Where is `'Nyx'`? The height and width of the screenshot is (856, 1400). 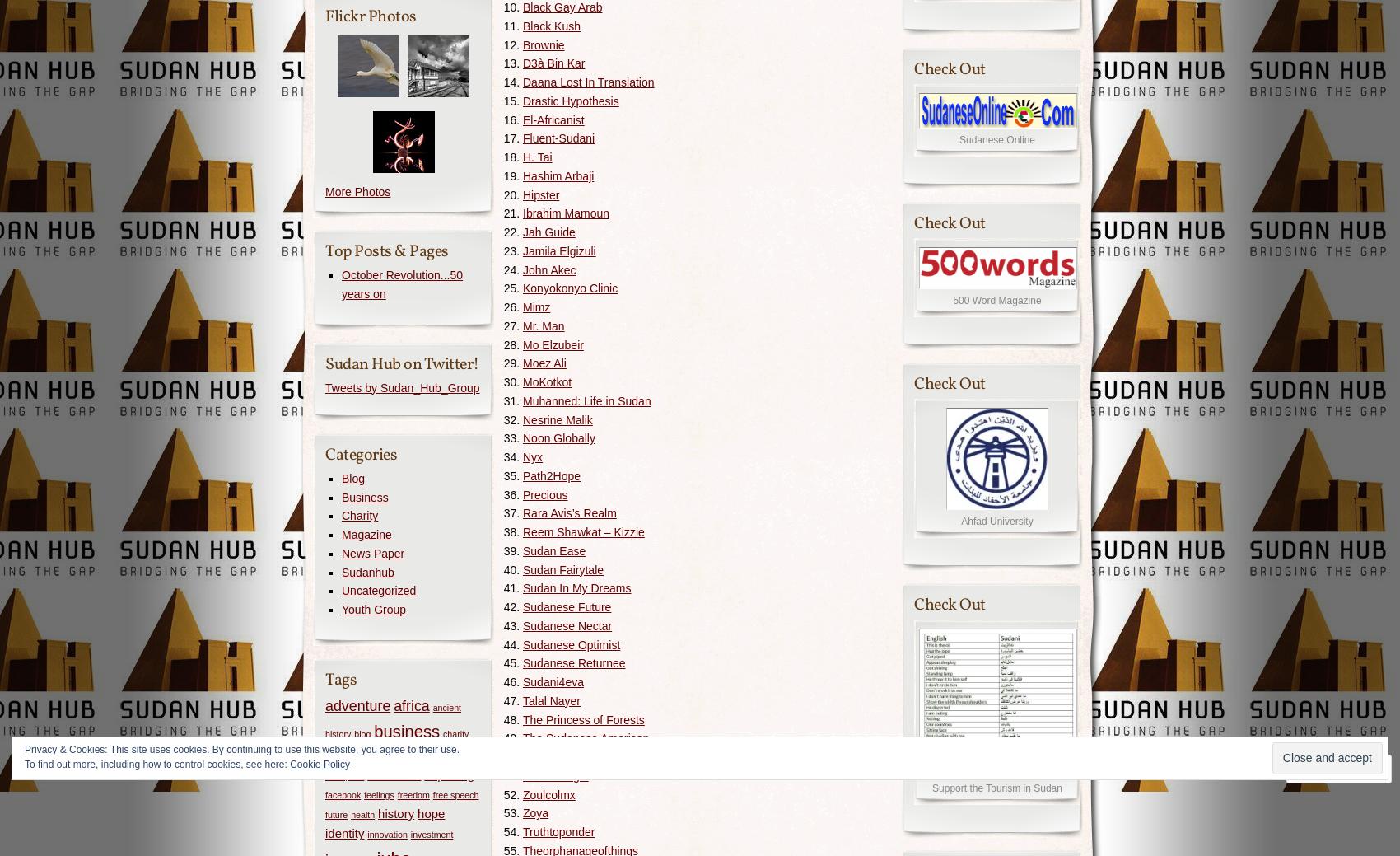
'Nyx' is located at coordinates (533, 457).